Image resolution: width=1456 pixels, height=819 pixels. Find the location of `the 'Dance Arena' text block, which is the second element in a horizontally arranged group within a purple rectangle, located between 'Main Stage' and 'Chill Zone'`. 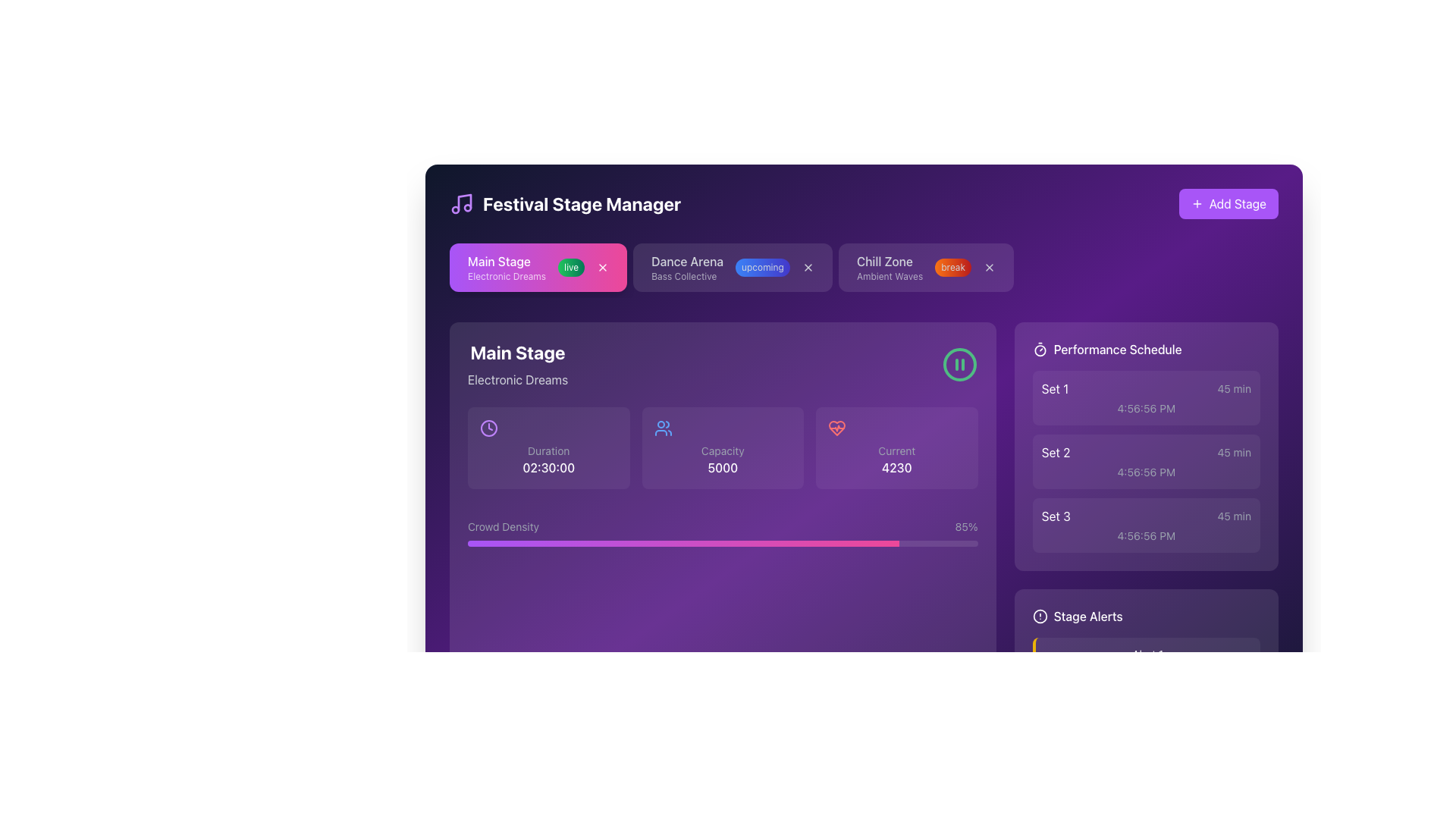

the 'Dance Arena' text block, which is the second element in a horizontally arranged group within a purple rectangle, located between 'Main Stage' and 'Chill Zone' is located at coordinates (686, 267).